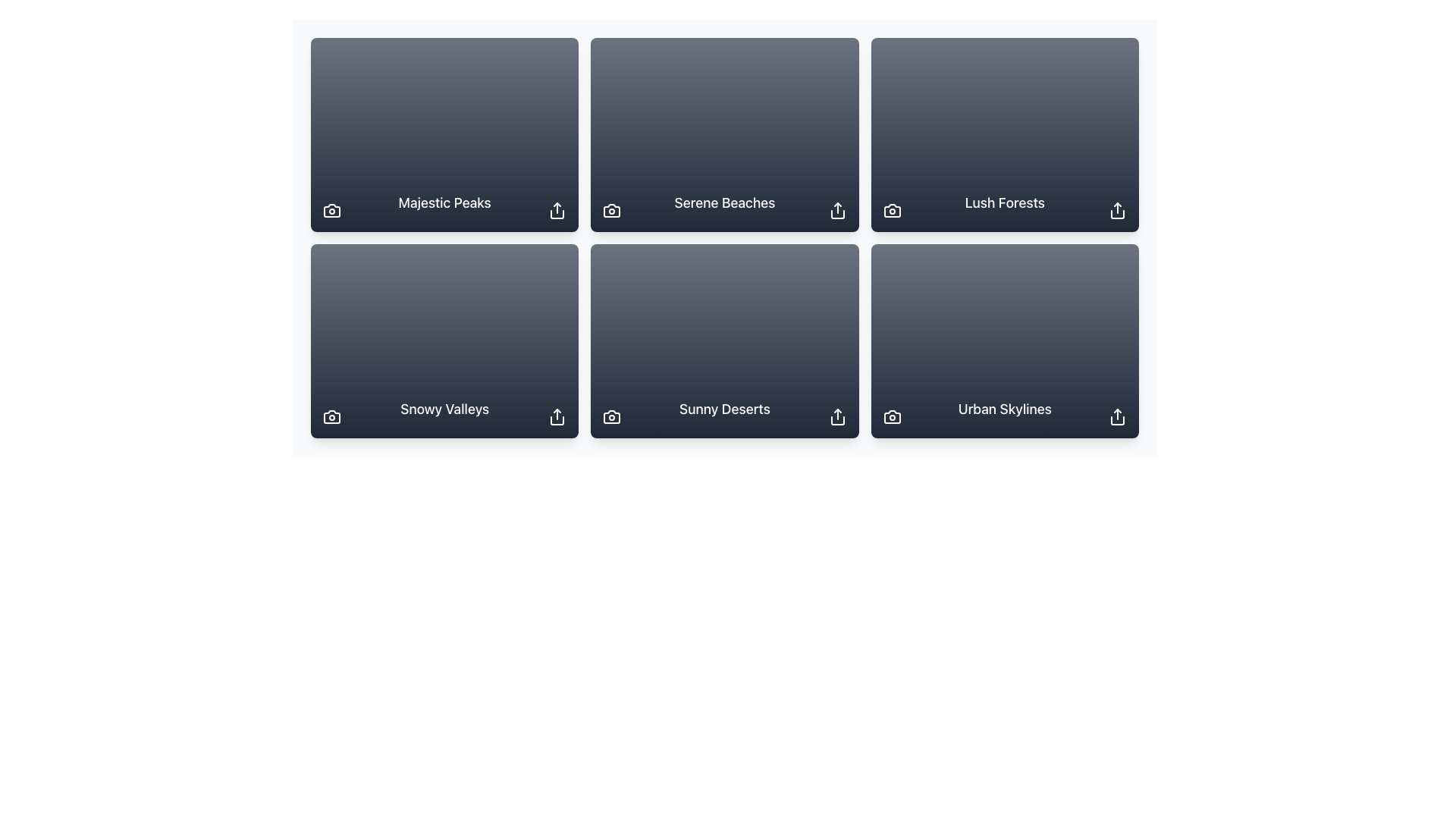  I want to click on the camera icon located at the bottom-left corner of the 'Serene Beaches' card, which has a thin outline and is styled in white over a semi-transparent dark background, so click(612, 210).